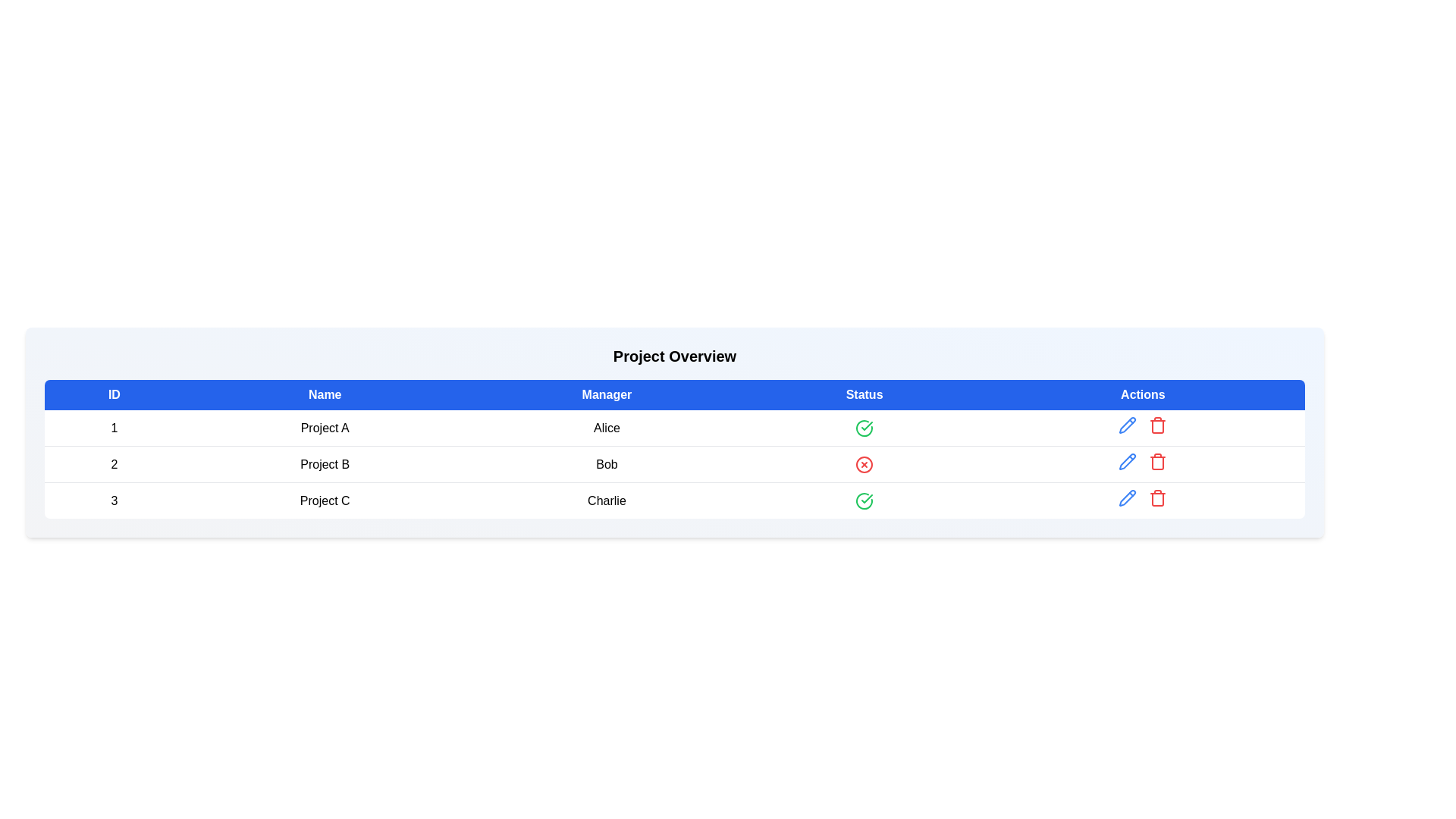  What do you see at coordinates (673, 356) in the screenshot?
I see `title text 'Project Overview' displayed prominently at the top of the card layout` at bounding box center [673, 356].